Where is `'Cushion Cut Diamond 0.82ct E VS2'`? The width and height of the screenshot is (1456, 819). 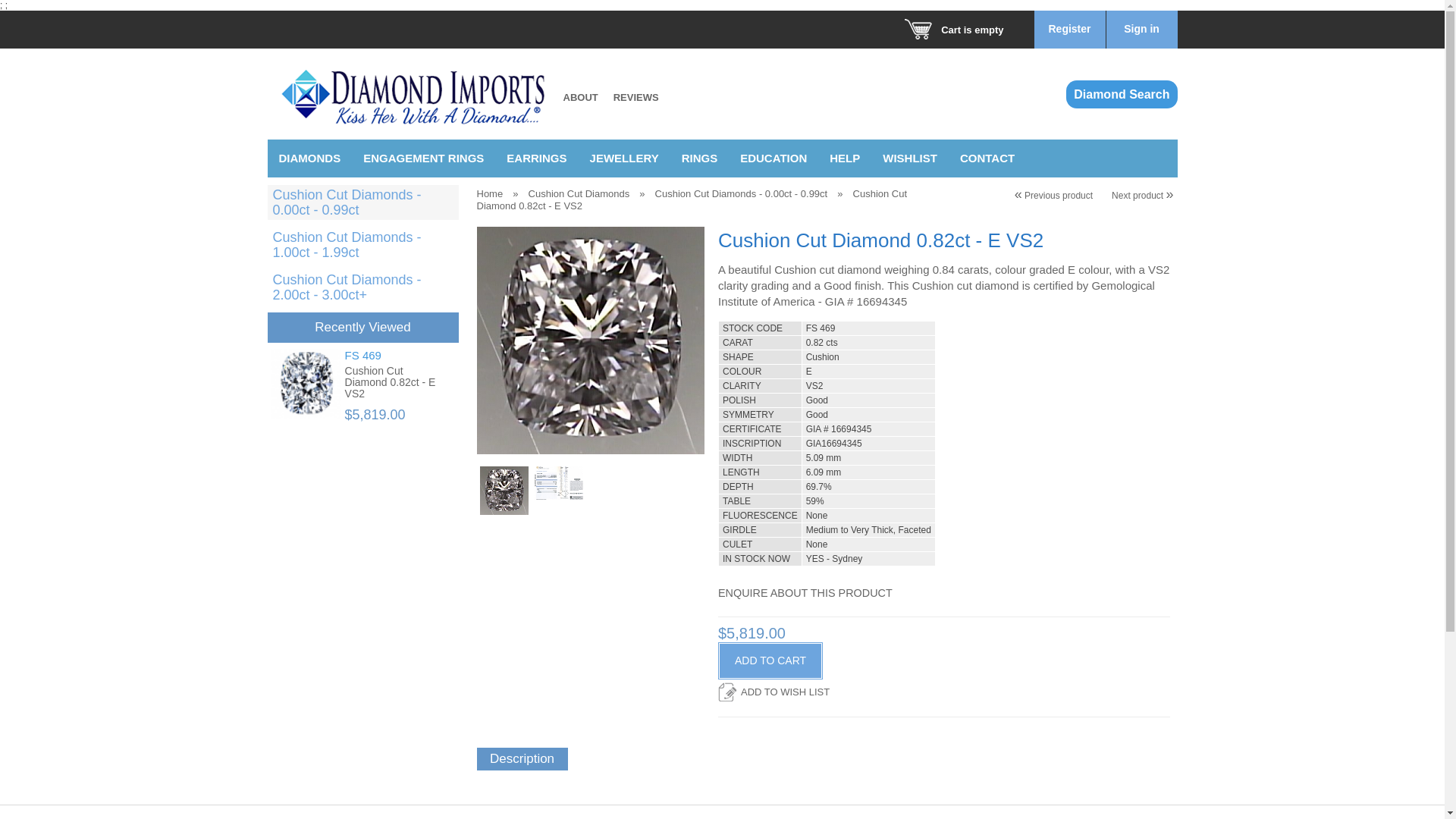 'Cushion Cut Diamond 0.82ct E VS2' is located at coordinates (557, 482).